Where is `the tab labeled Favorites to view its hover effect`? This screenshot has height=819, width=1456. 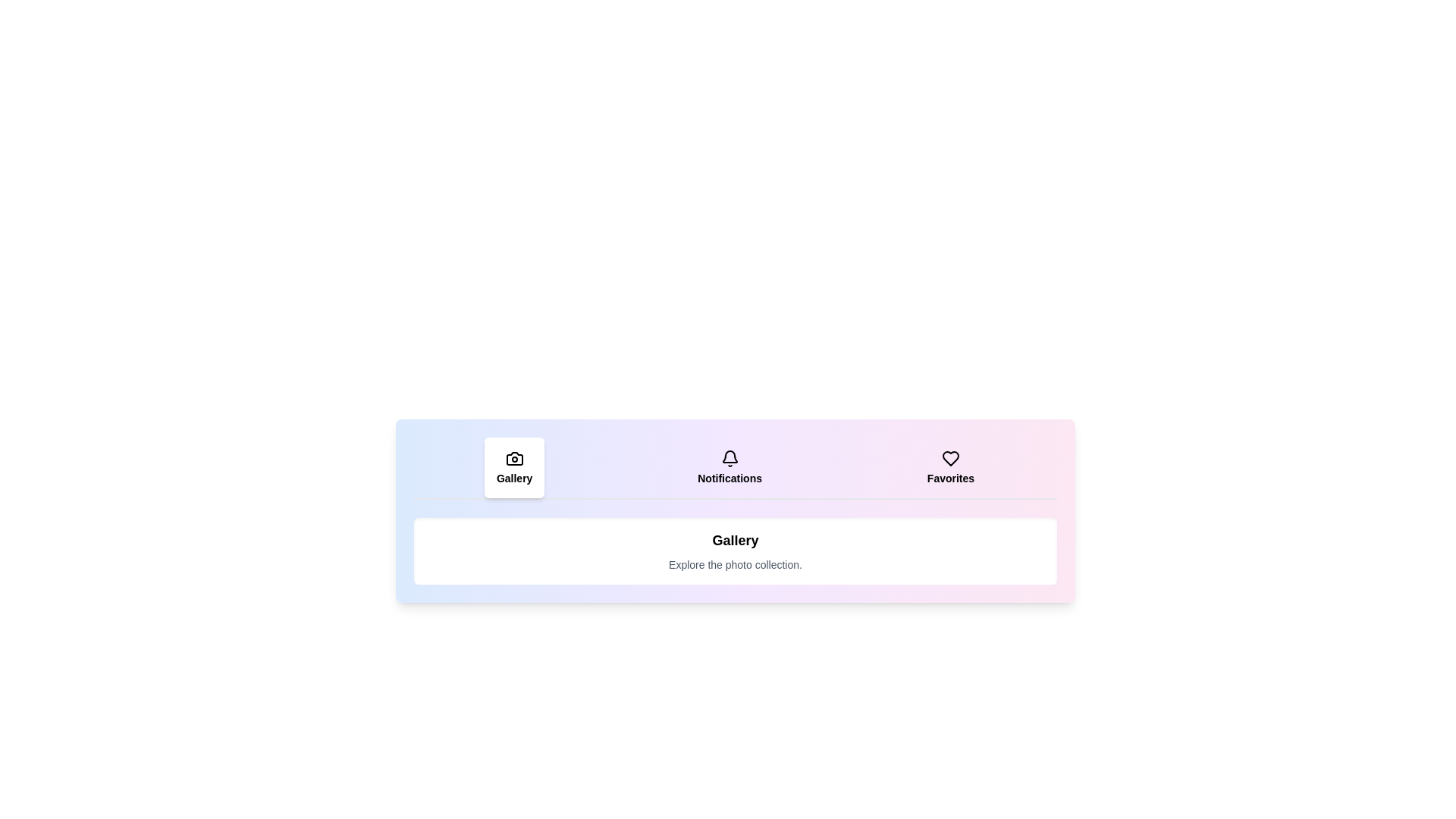 the tab labeled Favorites to view its hover effect is located at coordinates (949, 467).